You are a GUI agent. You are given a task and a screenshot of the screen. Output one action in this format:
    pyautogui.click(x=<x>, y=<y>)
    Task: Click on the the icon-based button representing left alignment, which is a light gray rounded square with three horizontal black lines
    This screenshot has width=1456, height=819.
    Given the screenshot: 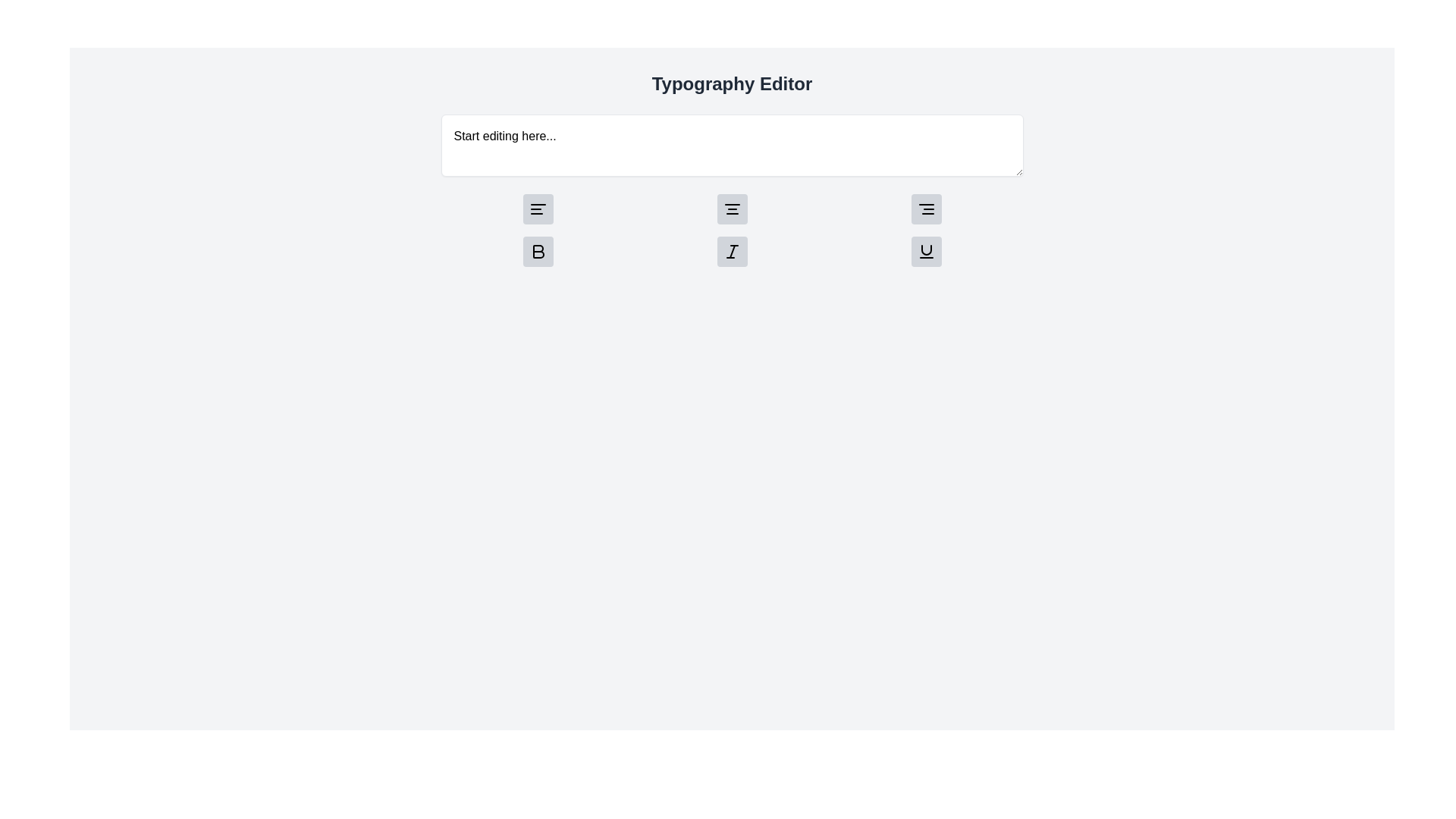 What is the action you would take?
    pyautogui.click(x=538, y=209)
    